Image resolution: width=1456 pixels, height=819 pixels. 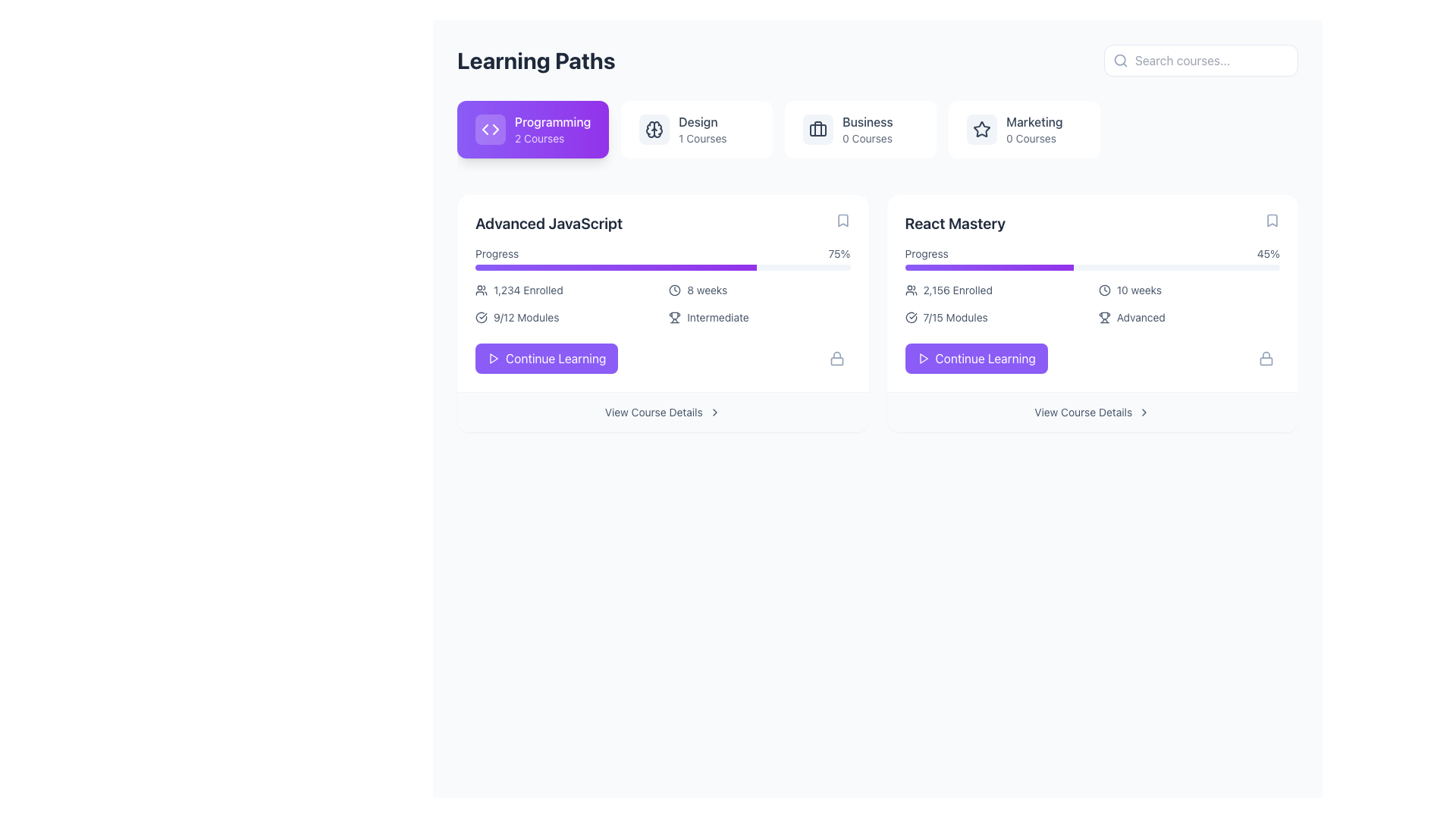 What do you see at coordinates (674, 315) in the screenshot?
I see `the decorative icon indicating the difficulty level of the 'Advanced JavaScript' course, located in the bottom-right section of the card` at bounding box center [674, 315].